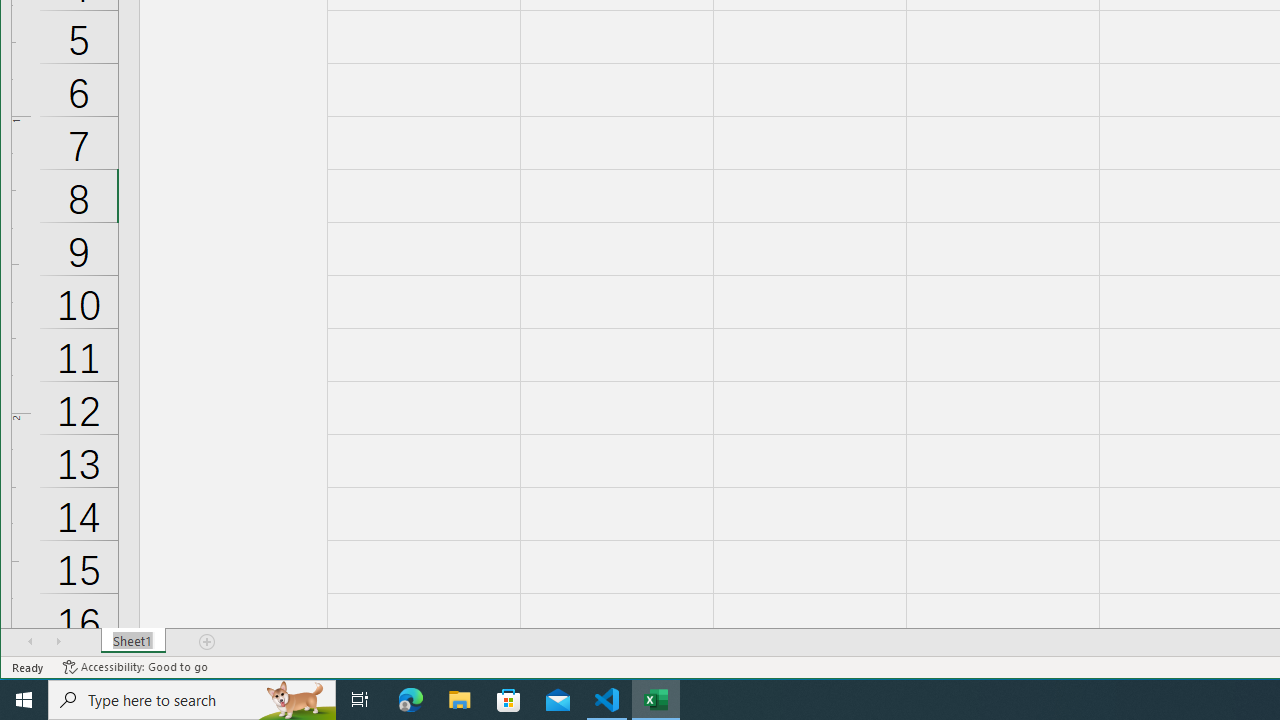 The width and height of the screenshot is (1280, 720). I want to click on 'File Explorer', so click(459, 698).